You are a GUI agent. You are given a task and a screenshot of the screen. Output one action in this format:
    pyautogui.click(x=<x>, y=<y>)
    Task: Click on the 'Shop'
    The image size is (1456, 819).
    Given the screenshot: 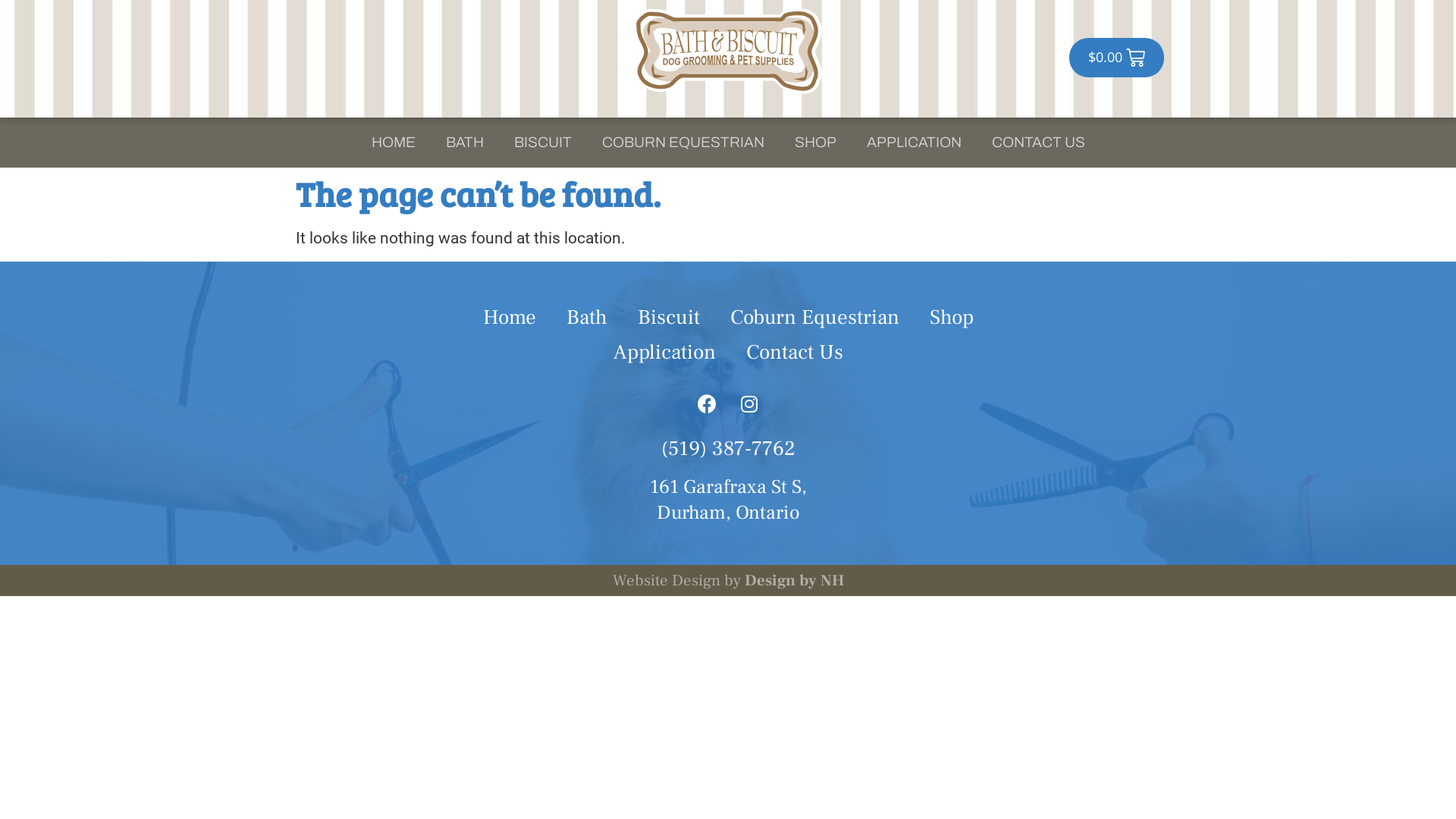 What is the action you would take?
    pyautogui.click(x=950, y=317)
    